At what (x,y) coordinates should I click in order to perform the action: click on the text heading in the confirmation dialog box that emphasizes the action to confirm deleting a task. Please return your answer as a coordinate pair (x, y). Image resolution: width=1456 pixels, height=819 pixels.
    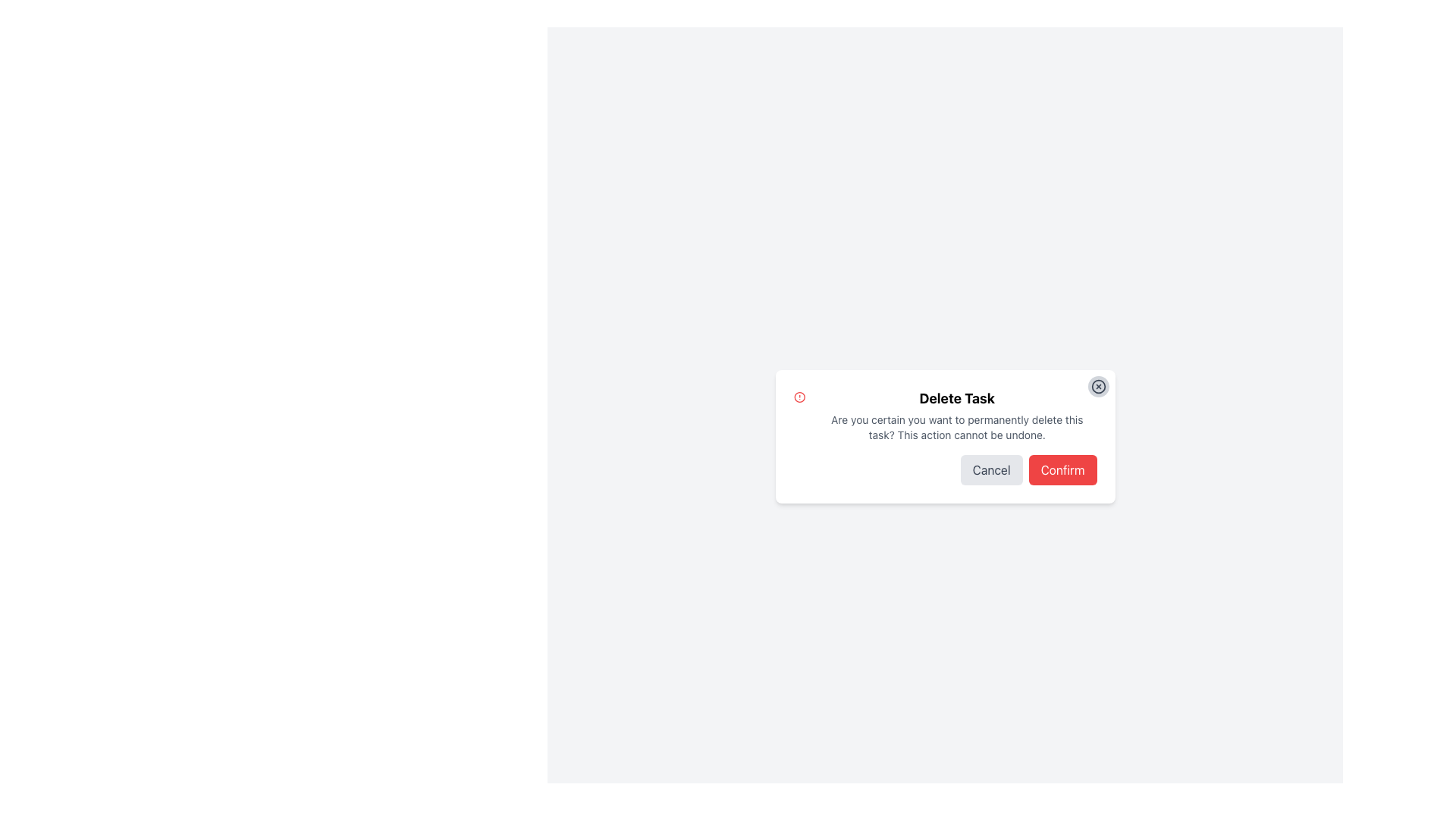
    Looking at the image, I should click on (956, 397).